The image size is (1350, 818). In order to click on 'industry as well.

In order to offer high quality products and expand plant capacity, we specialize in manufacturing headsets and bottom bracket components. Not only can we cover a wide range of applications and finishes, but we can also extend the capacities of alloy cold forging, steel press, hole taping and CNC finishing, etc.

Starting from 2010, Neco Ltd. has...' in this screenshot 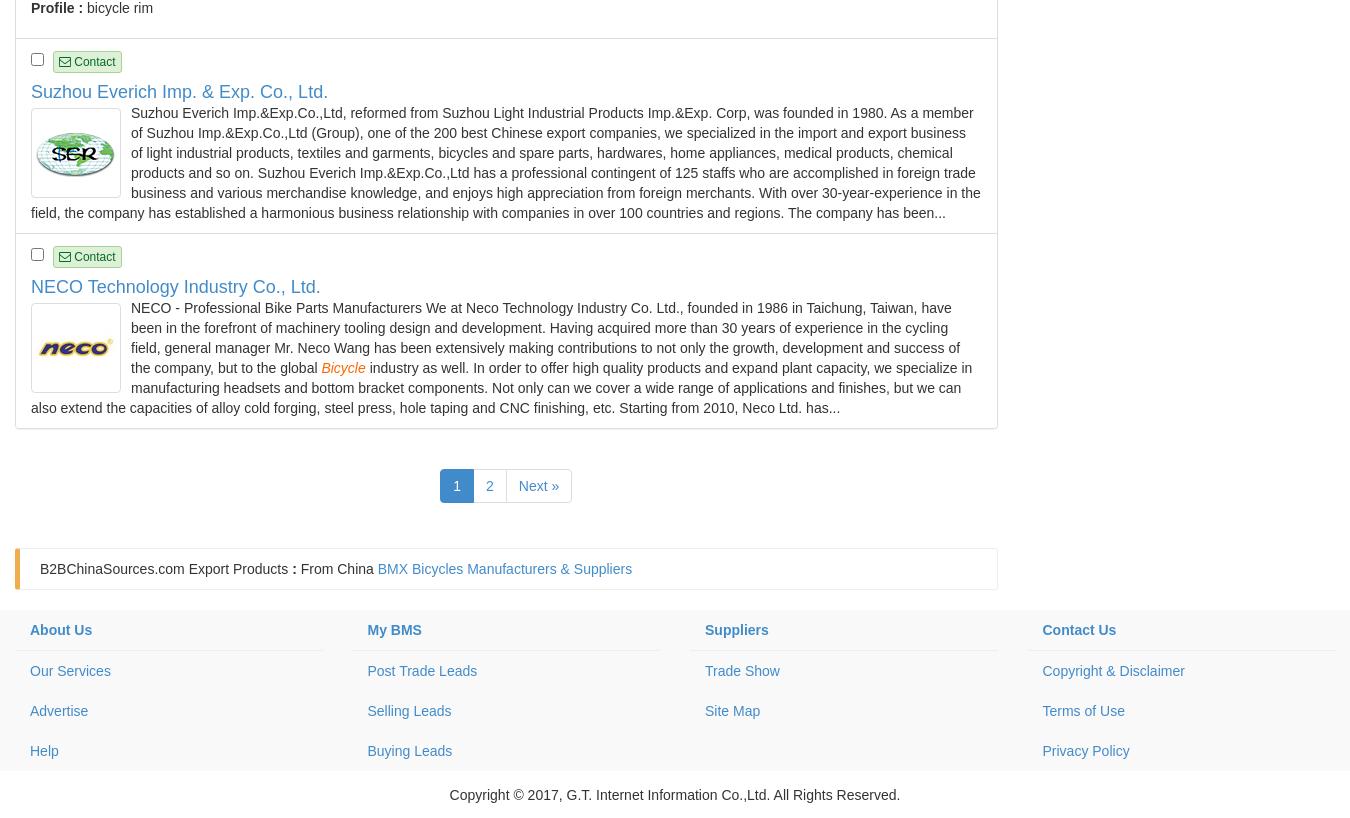, I will do `click(500, 387)`.